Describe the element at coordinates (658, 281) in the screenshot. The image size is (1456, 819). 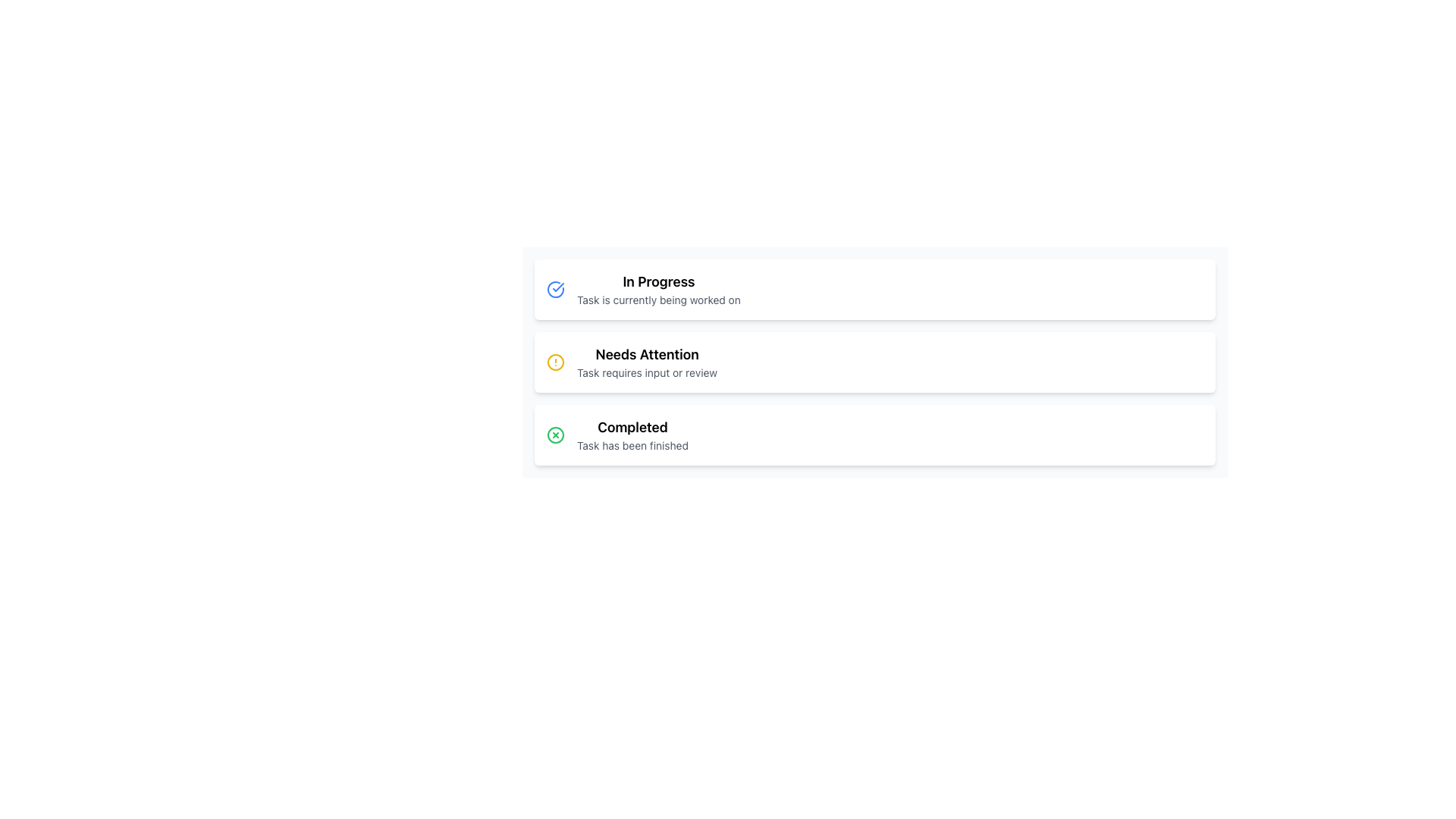
I see `the static text element displaying 'In Progress', which is styled with a large, bold font and is part of the topmost card in a vertical list of three cards` at that location.